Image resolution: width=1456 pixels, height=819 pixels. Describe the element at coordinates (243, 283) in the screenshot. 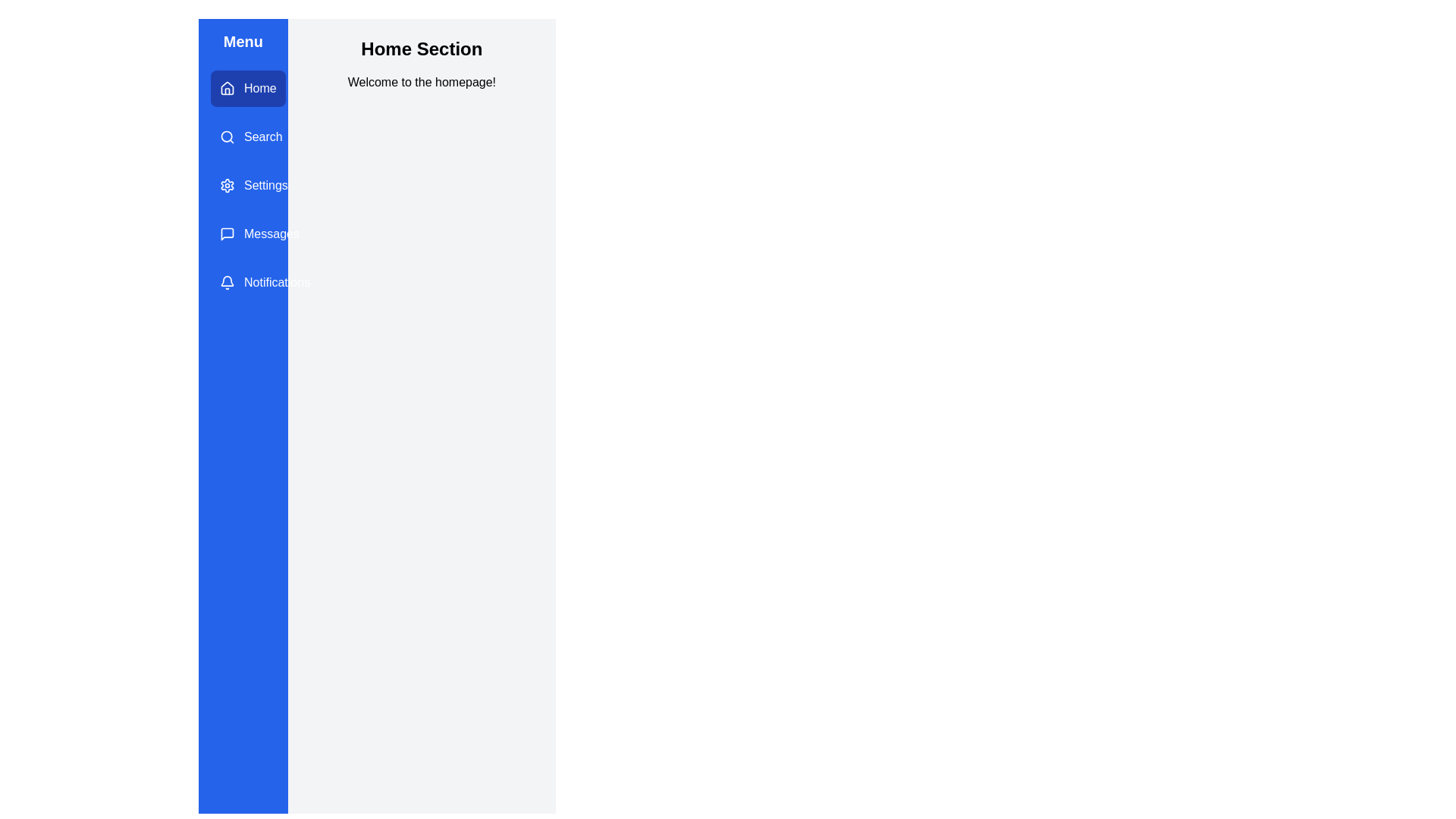

I see `the 'Notifications' button` at that location.